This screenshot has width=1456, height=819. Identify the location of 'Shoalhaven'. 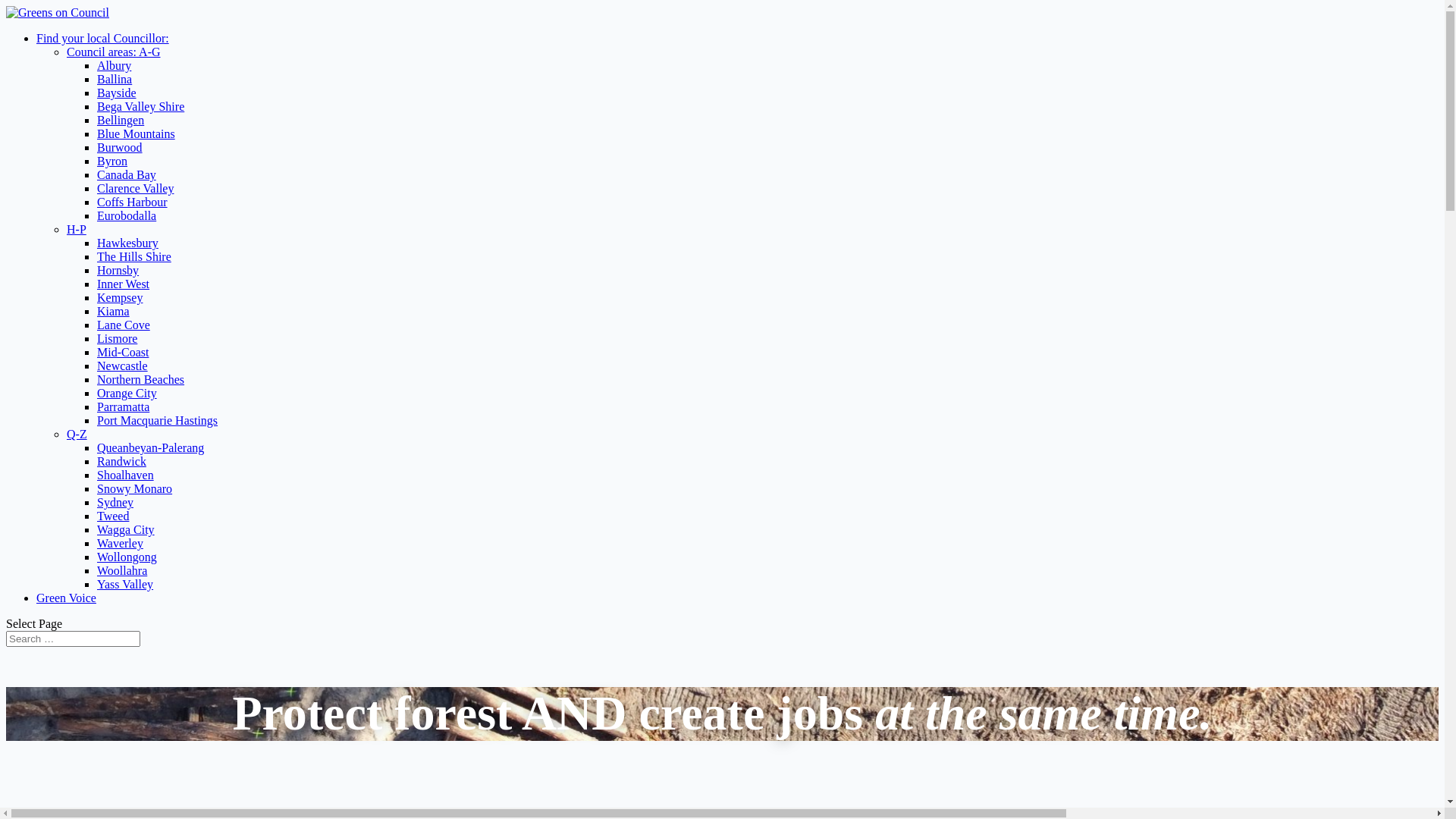
(125, 474).